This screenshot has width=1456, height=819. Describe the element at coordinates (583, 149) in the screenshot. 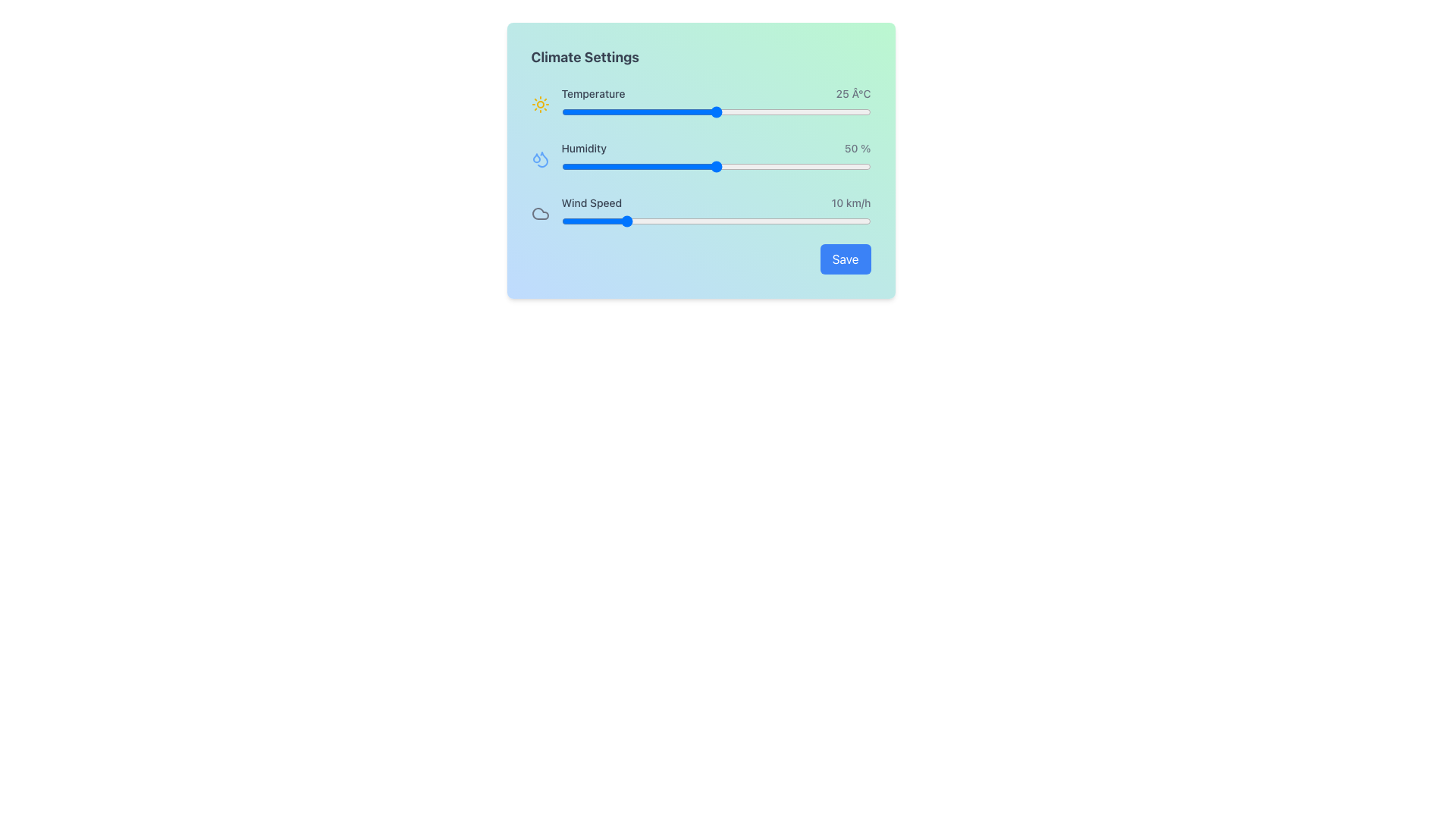

I see `the 'Humidity' text label, which is a medium-sized gray font element located in the second row of settings under 'Climate Settings'` at that location.